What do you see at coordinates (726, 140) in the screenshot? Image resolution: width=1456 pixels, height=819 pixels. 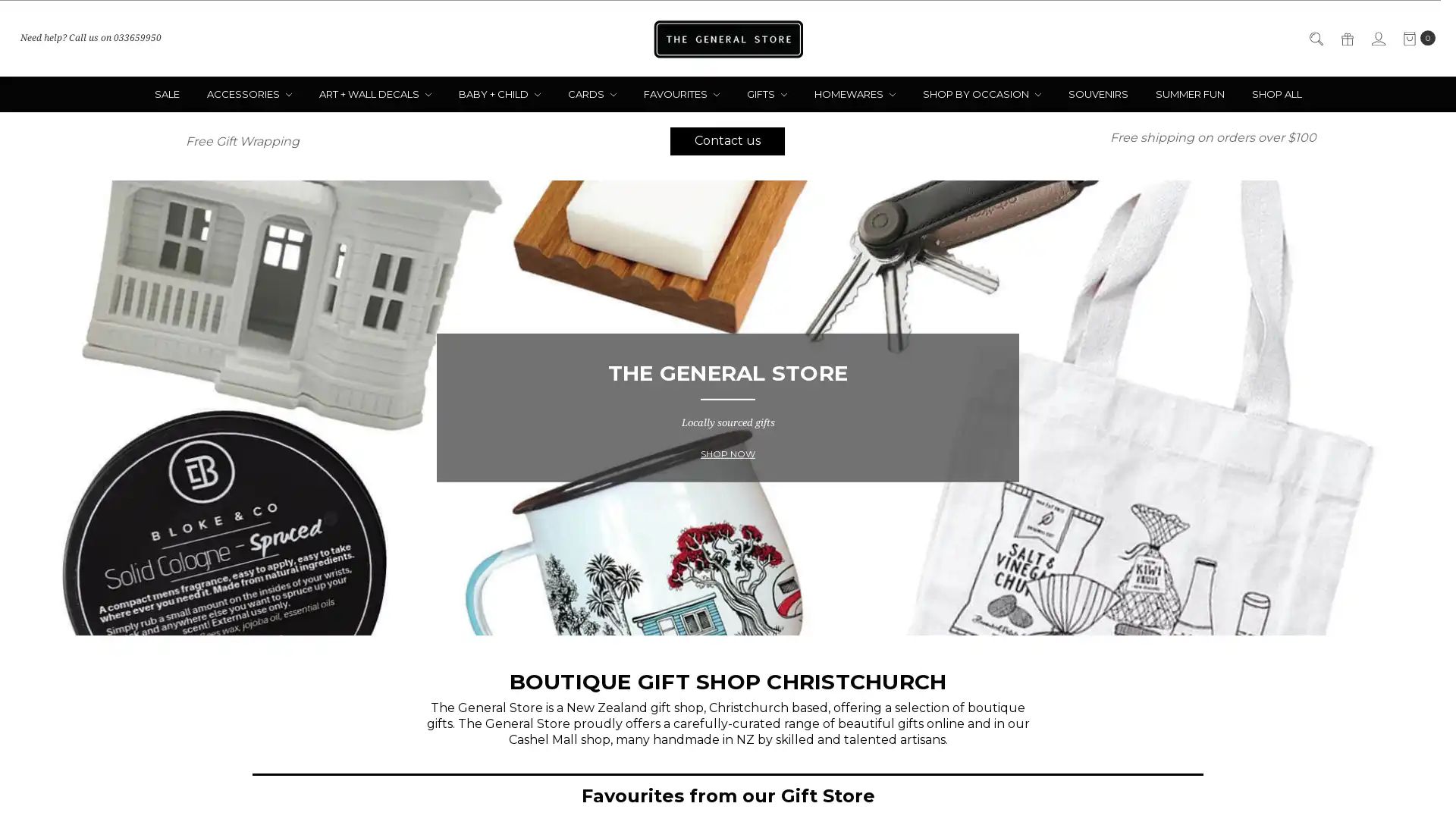 I see `Contact us` at bounding box center [726, 140].